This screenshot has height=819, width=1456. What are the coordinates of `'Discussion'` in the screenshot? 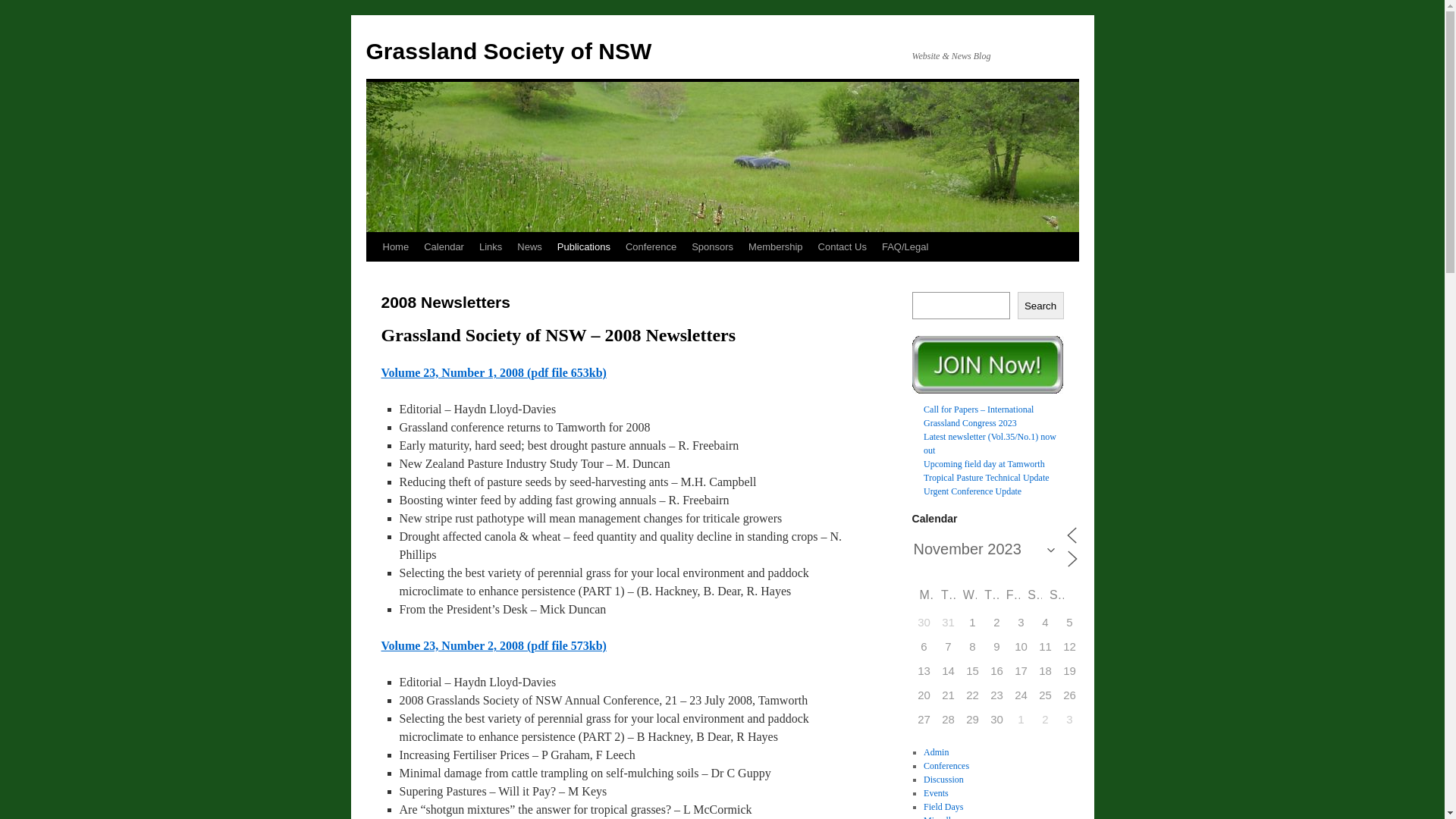 It's located at (943, 780).